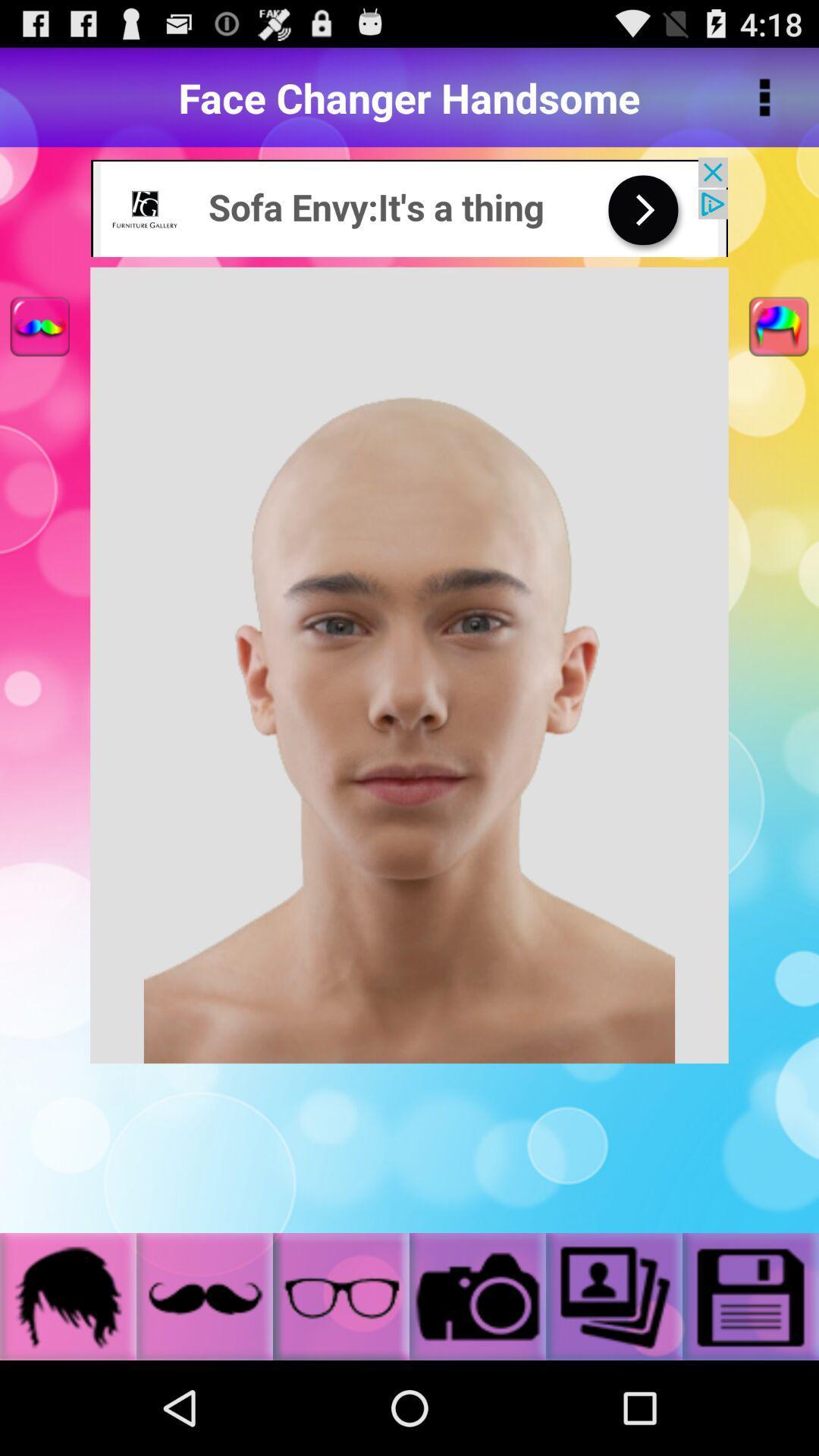  What do you see at coordinates (614, 1295) in the screenshot?
I see `the photos` at bounding box center [614, 1295].